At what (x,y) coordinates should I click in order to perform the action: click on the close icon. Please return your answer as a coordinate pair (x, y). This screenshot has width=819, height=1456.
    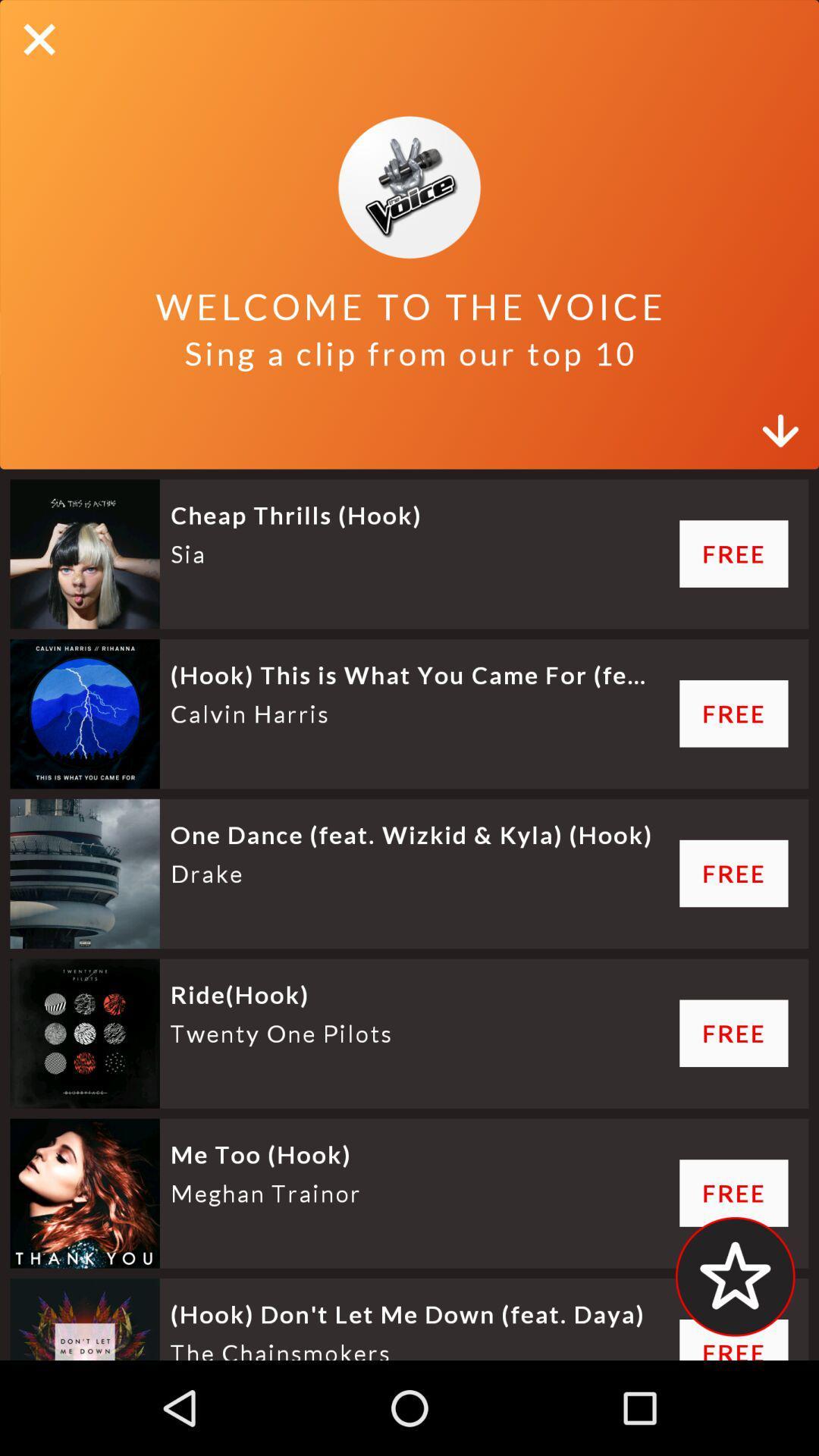
    Looking at the image, I should click on (39, 39).